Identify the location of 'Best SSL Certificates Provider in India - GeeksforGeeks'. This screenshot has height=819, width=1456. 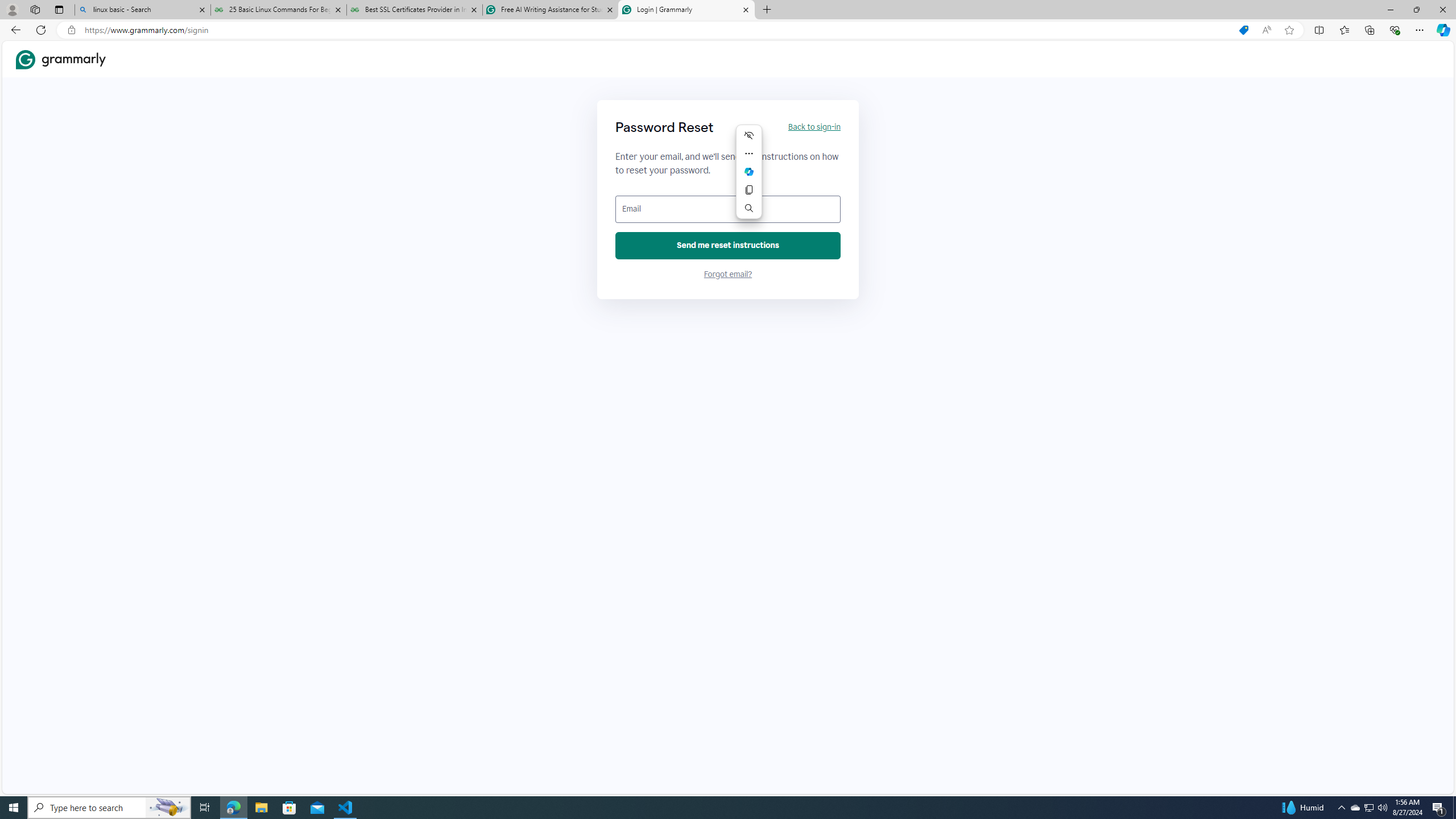
(415, 9).